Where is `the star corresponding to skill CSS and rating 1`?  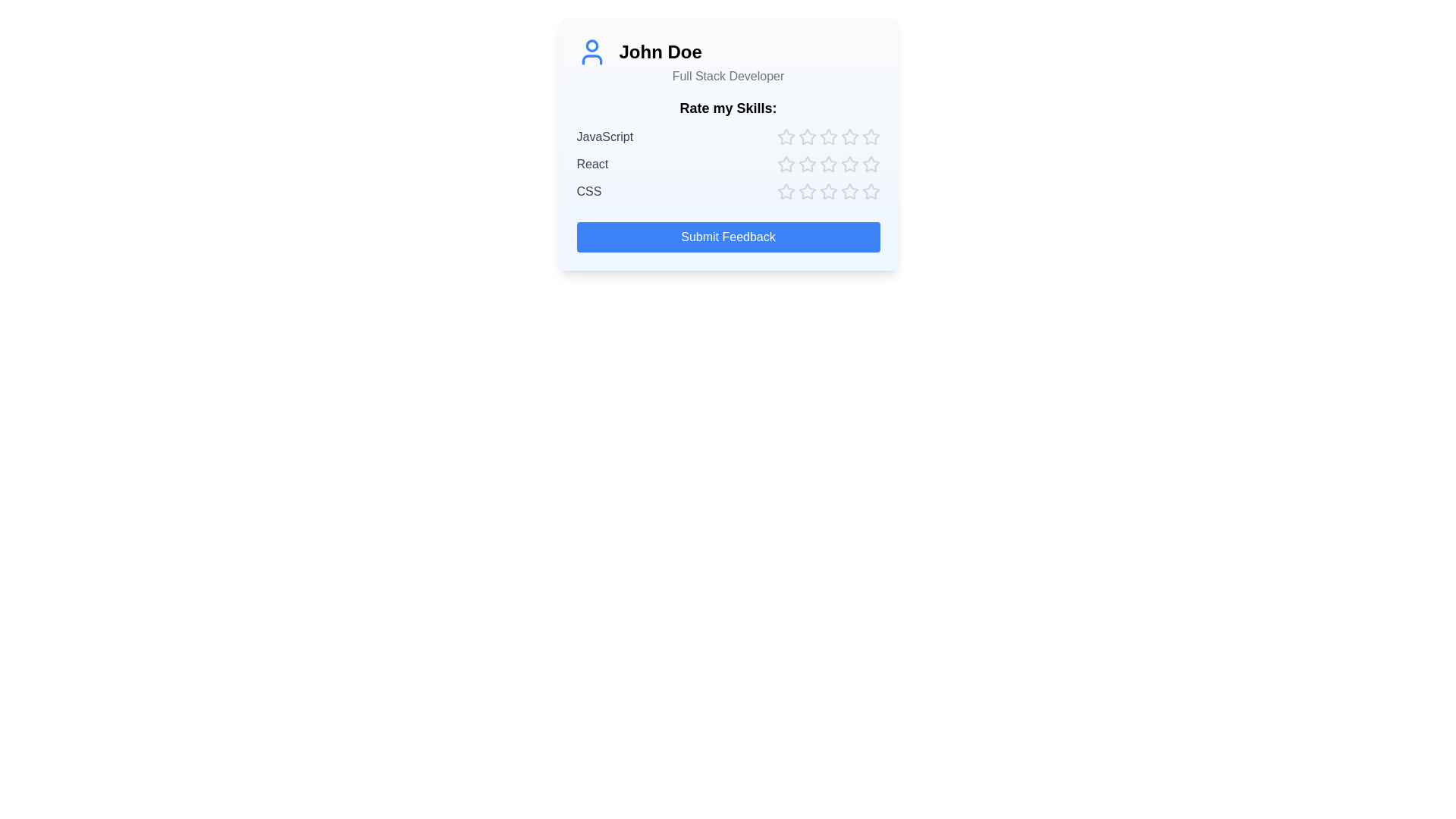 the star corresponding to skill CSS and rating 1 is located at coordinates (786, 191).